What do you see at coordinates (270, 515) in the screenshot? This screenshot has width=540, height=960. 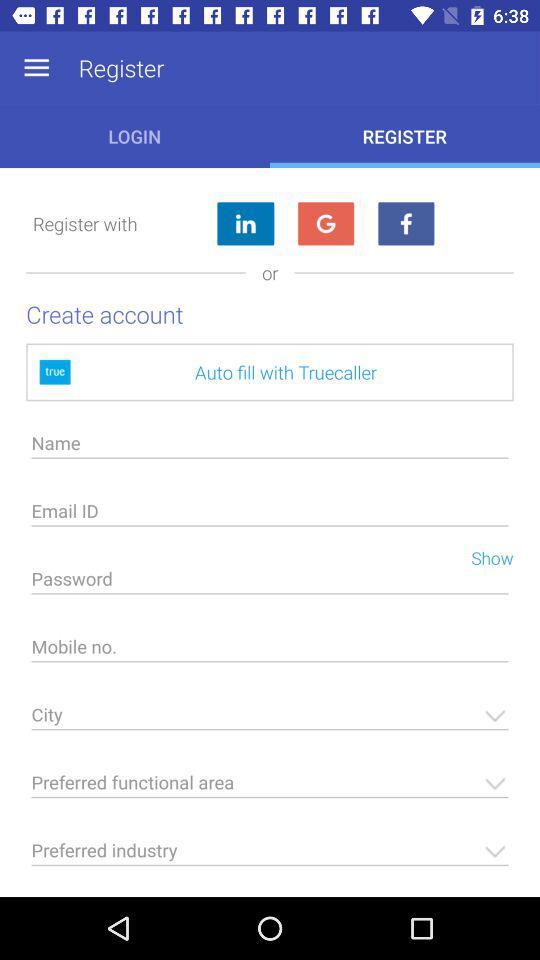 I see `insert email id` at bounding box center [270, 515].